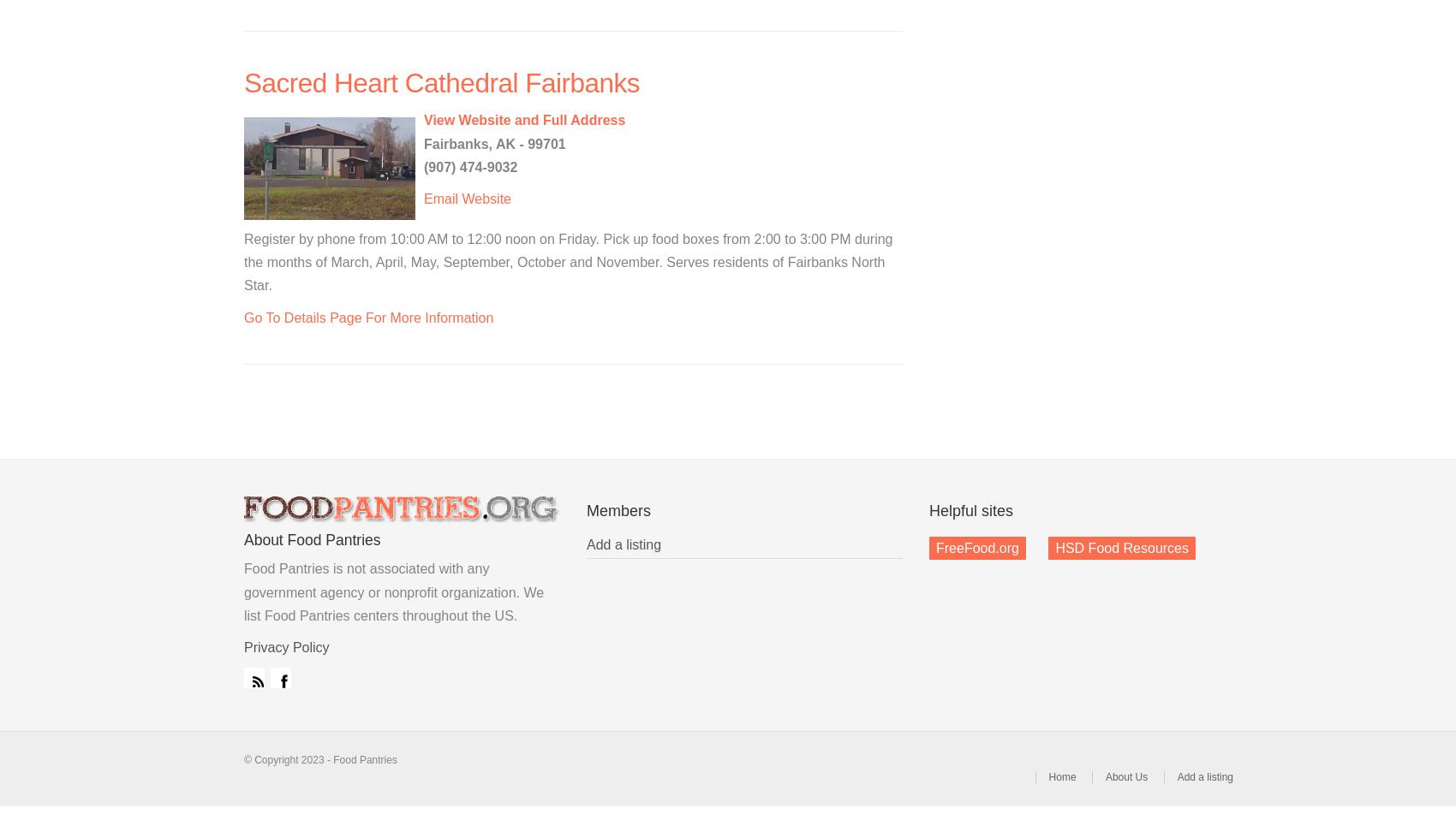 The image size is (1456, 838). I want to click on 'Fairbanks, AK - 99701', so click(493, 143).